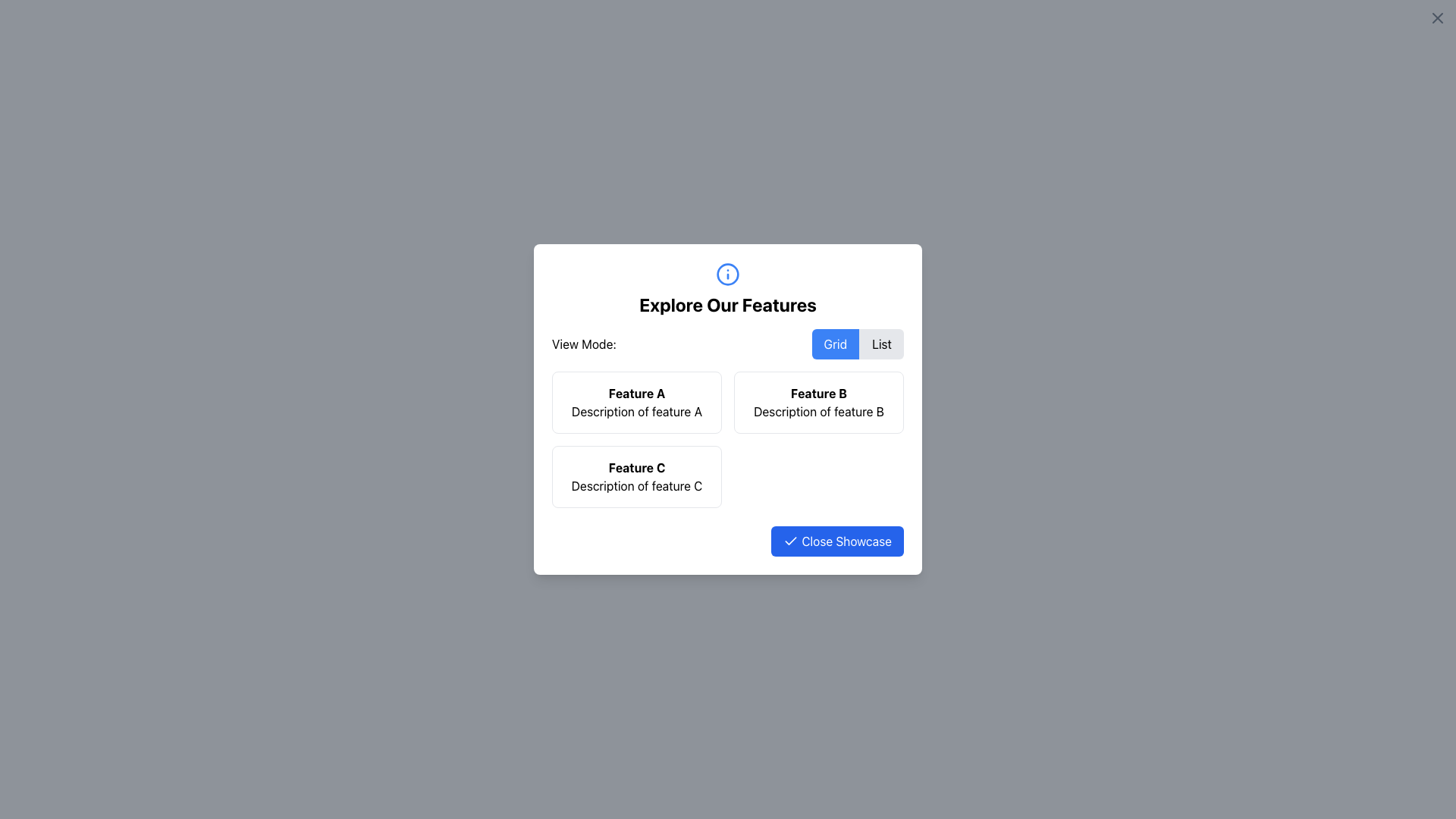 The width and height of the screenshot is (1456, 819). What do you see at coordinates (835, 344) in the screenshot?
I see `the 'Grid' button, which is styled with a blue background and white text, located beneath the header 'Explore Our Features'` at bounding box center [835, 344].